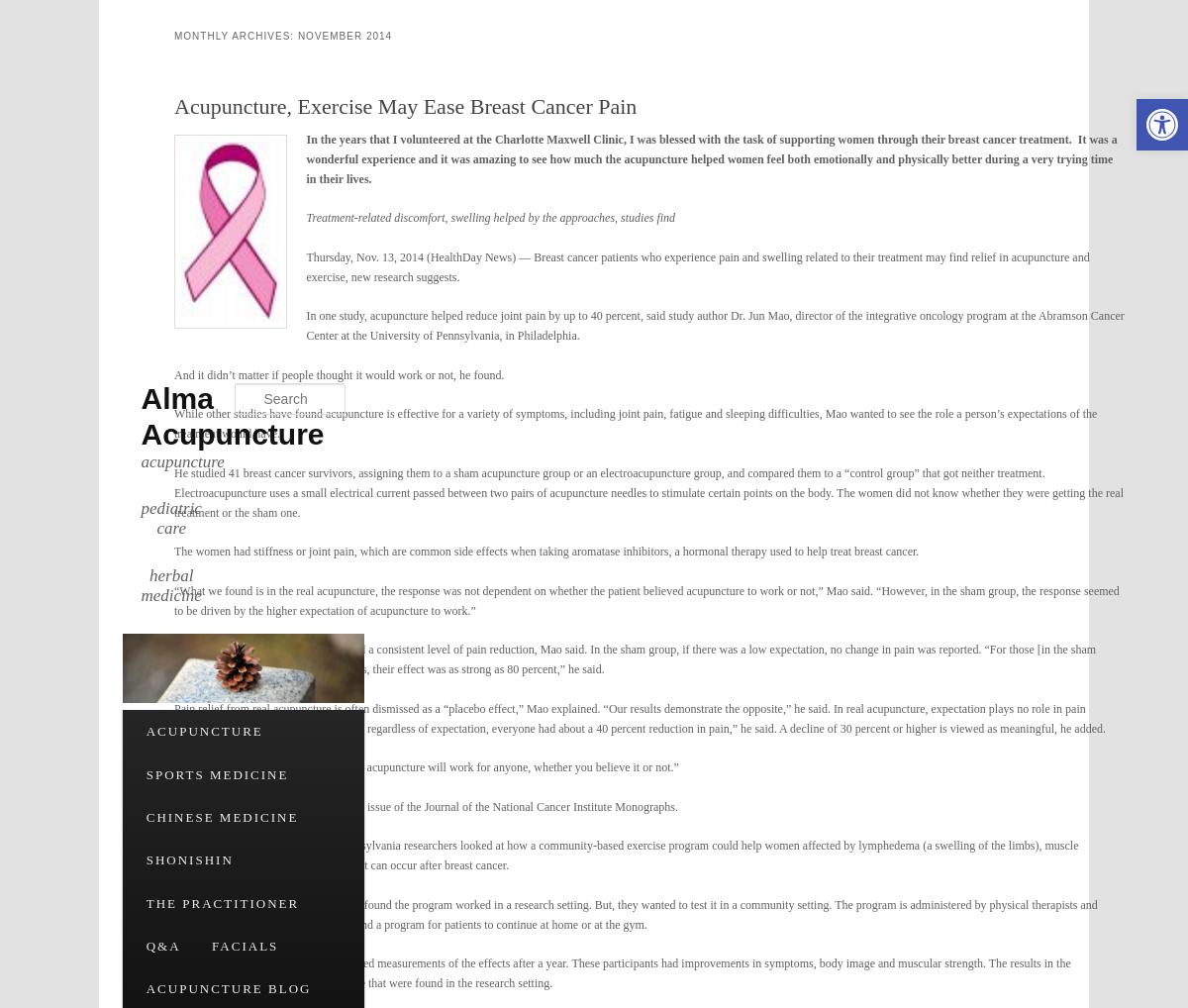 This screenshot has width=1188, height=1008. I want to click on 'In all, 67 breast cancer patients completed measurements of the effects after a year. These participants had improvements in symptoms, body image and muscular strength. The results in the community setting were similar to those that were found in the research setting.', so click(173, 972).